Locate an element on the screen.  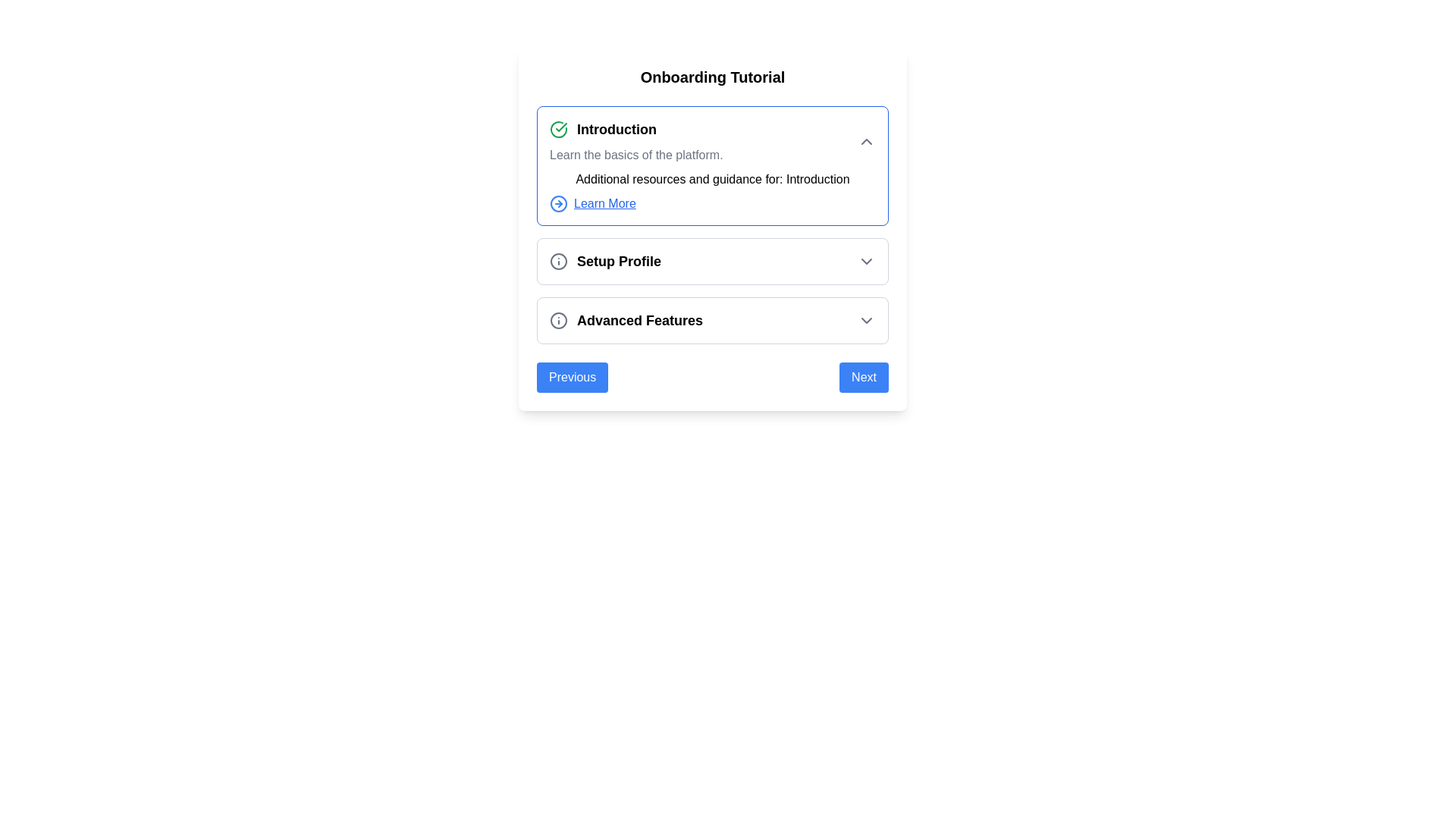
the title and summary element for the 'Setup Profile' section in the onboarding tutorial to interact with it is located at coordinates (604, 260).